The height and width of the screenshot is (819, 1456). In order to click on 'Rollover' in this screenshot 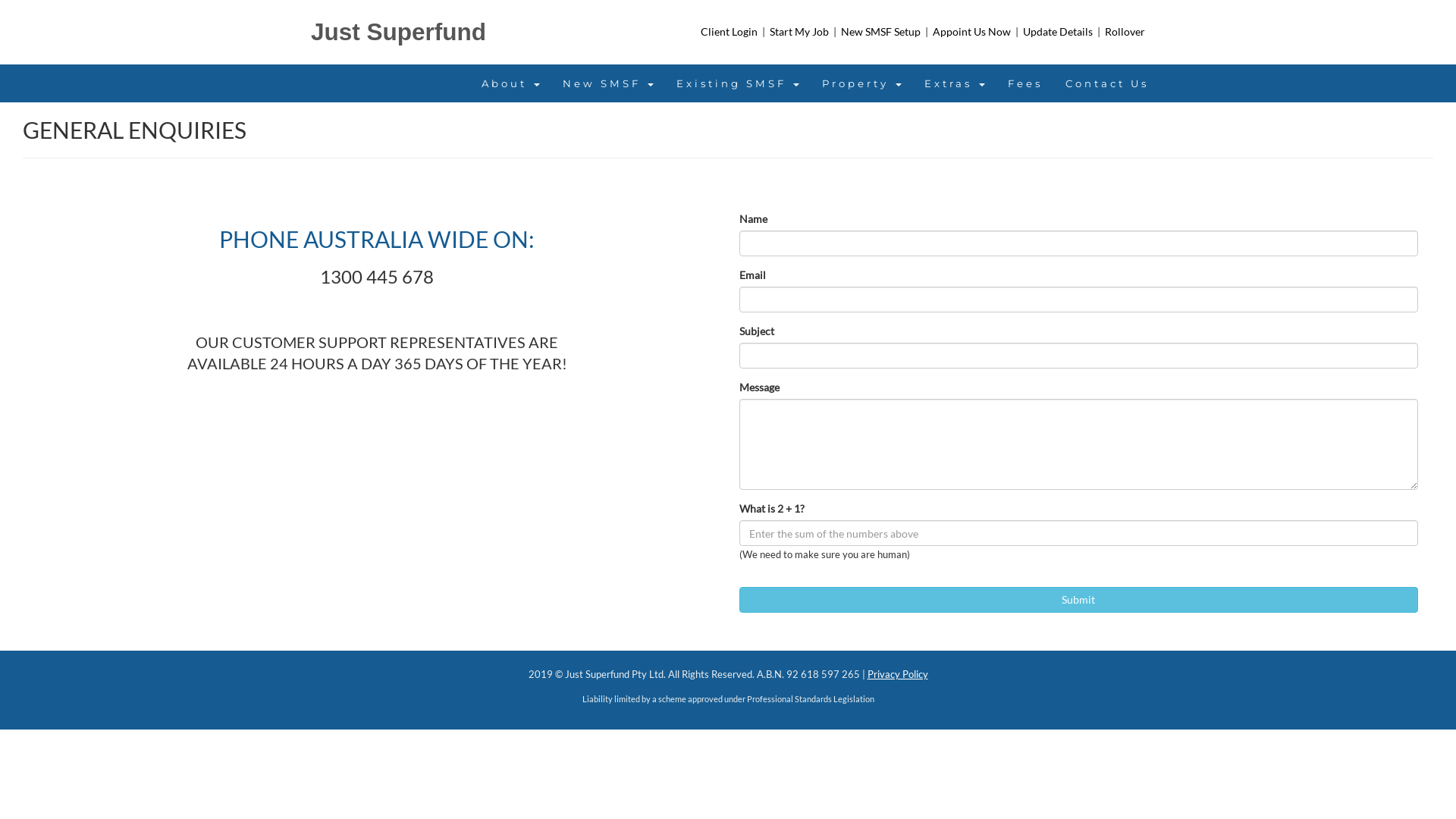, I will do `click(1125, 31)`.